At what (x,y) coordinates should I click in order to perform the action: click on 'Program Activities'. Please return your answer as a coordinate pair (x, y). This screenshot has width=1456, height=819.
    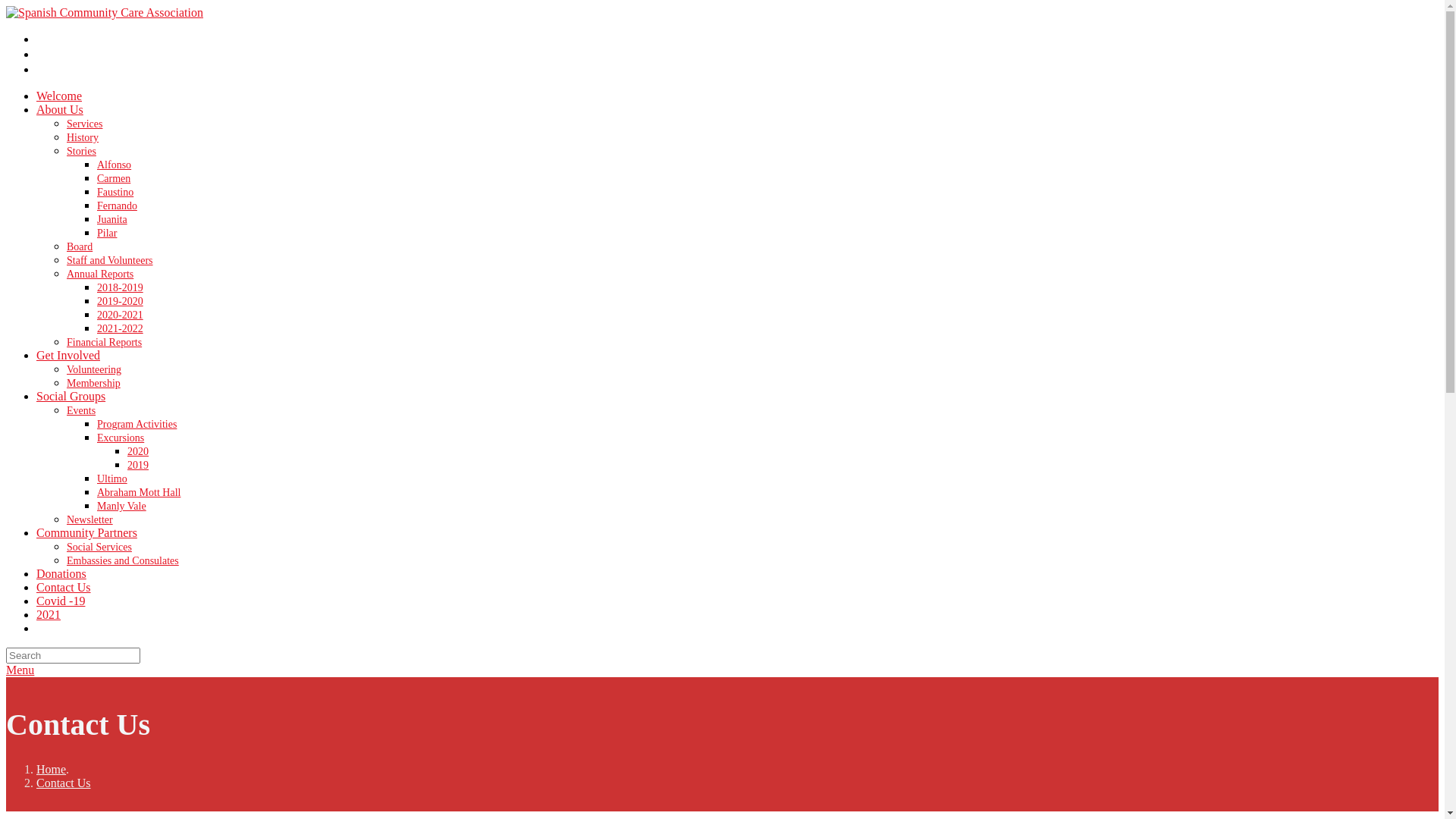
    Looking at the image, I should click on (136, 424).